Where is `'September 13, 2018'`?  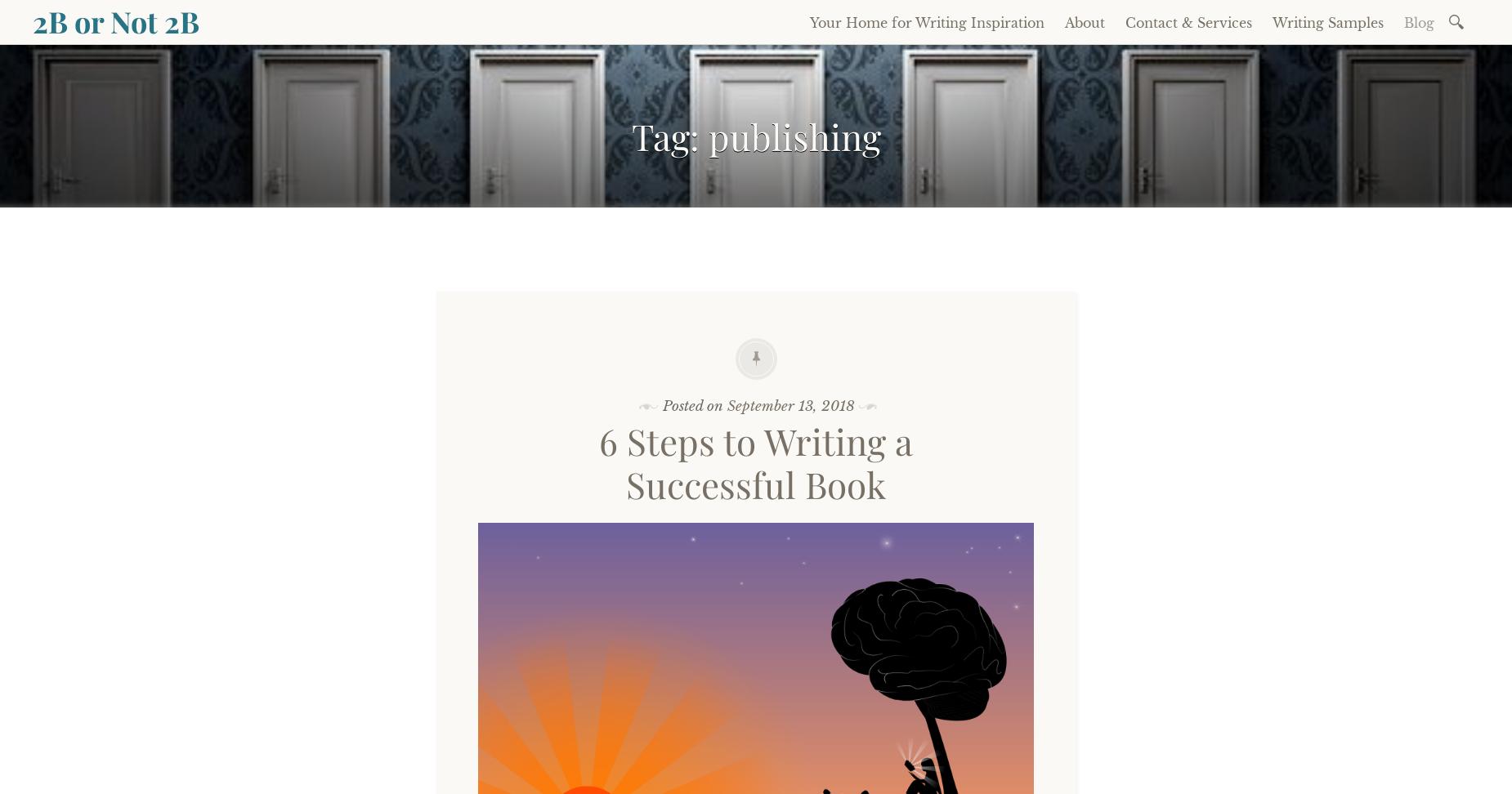 'September 13, 2018' is located at coordinates (789, 405).